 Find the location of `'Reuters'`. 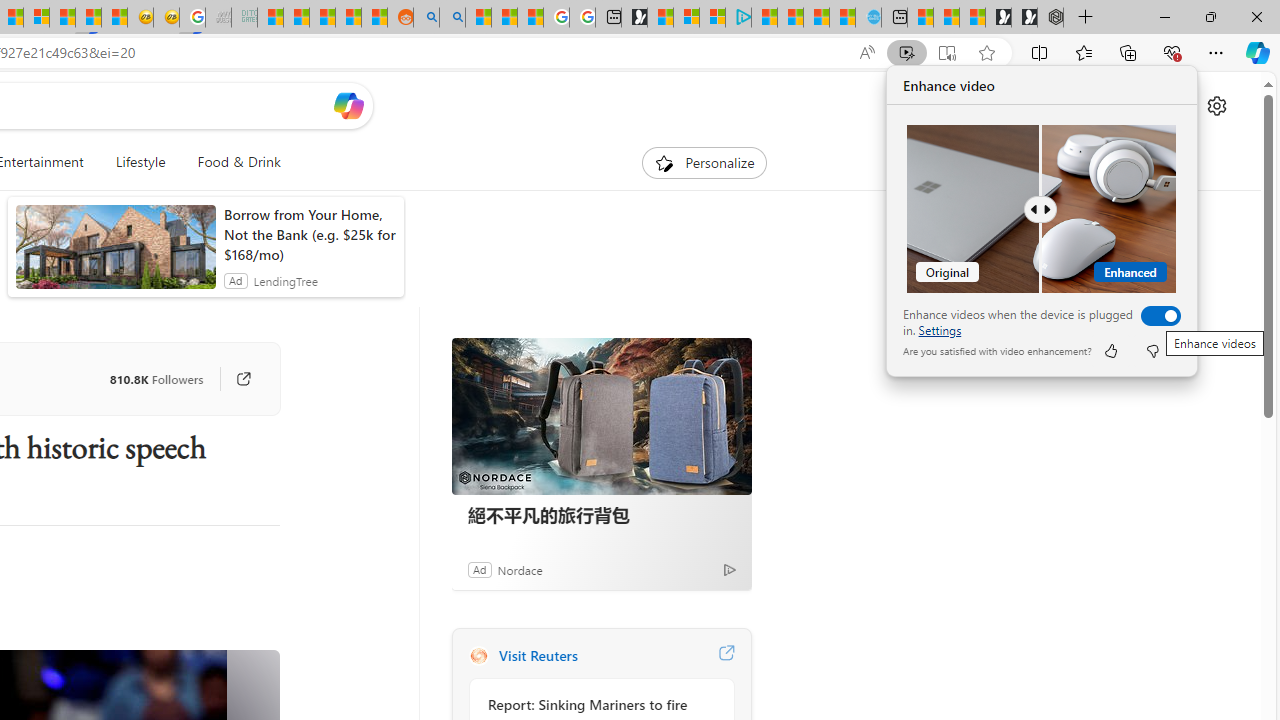

'Reuters' is located at coordinates (477, 655).